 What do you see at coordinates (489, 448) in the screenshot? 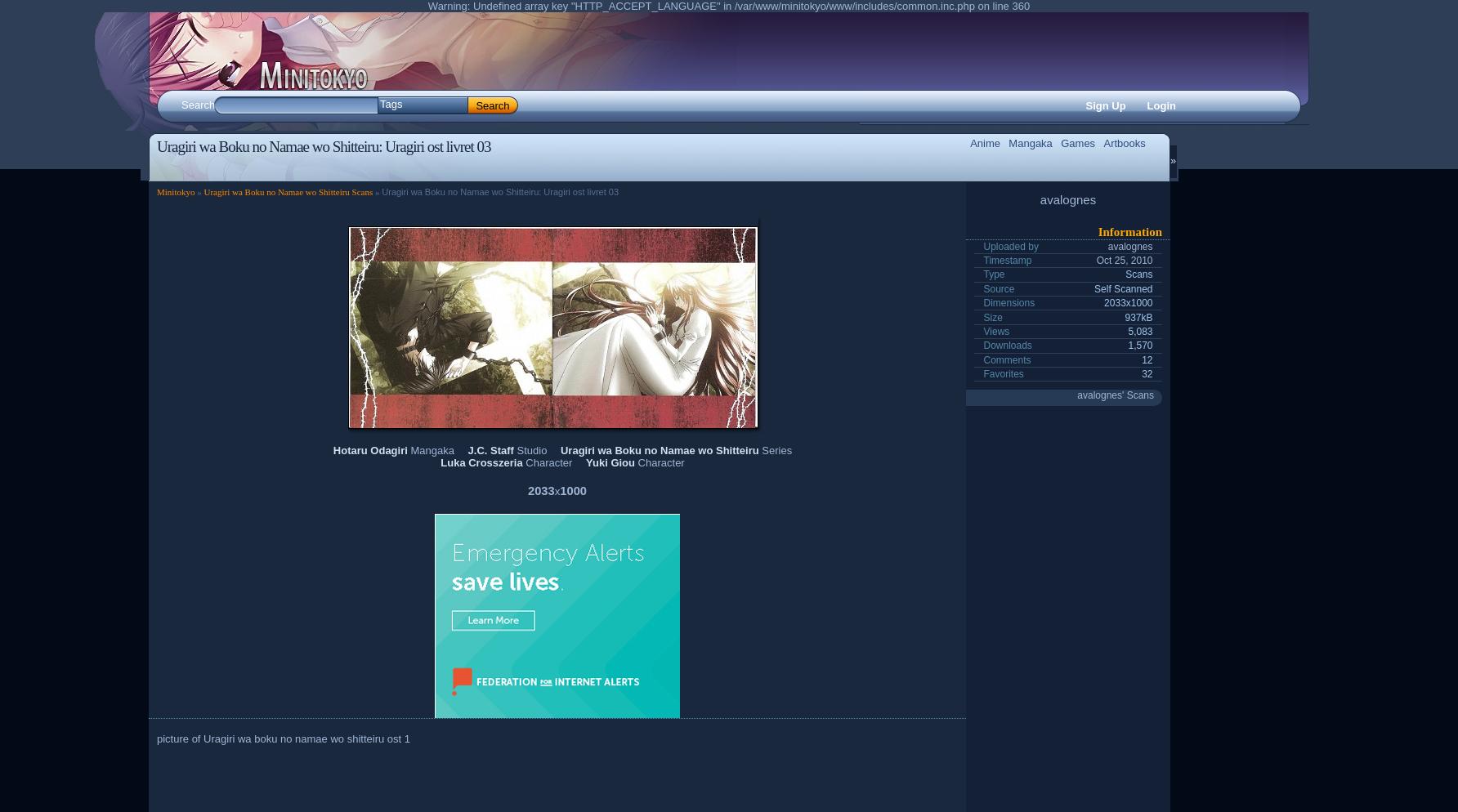
I see `'J.C. Staff'` at bounding box center [489, 448].